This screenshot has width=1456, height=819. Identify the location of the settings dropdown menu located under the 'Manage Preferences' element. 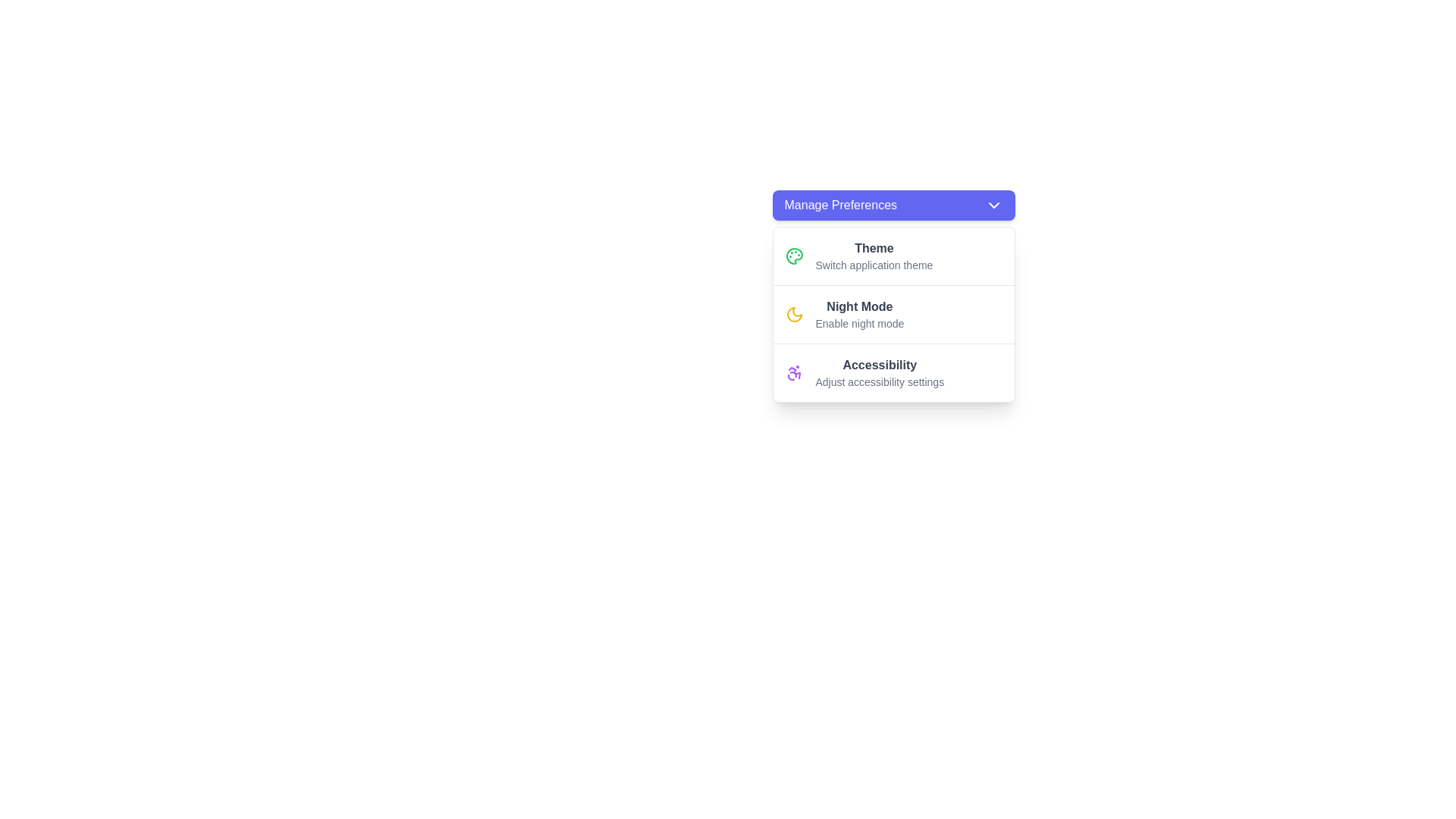
(893, 309).